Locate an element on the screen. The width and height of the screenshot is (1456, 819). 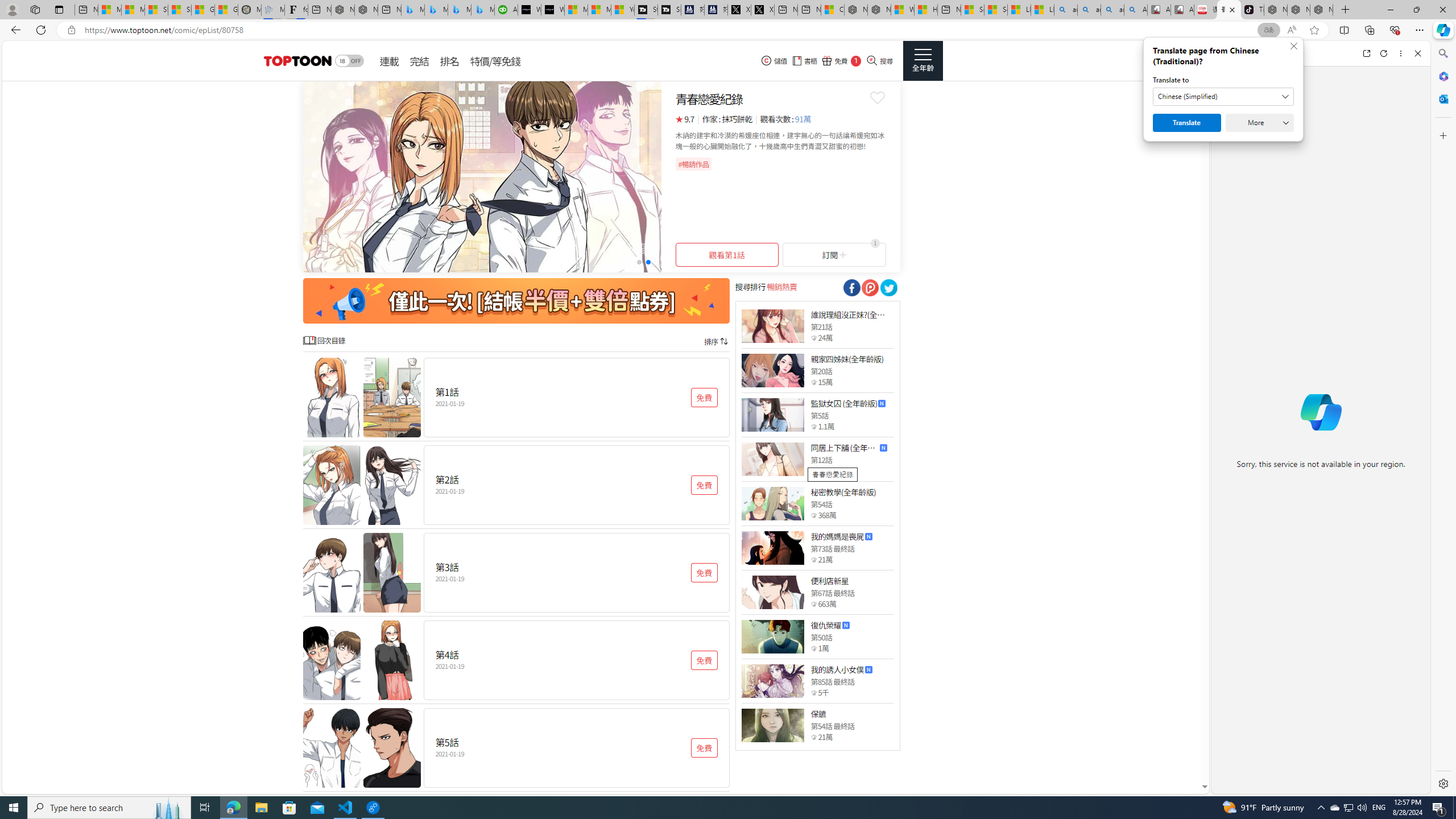
'Outlook' is located at coordinates (1442, 98).